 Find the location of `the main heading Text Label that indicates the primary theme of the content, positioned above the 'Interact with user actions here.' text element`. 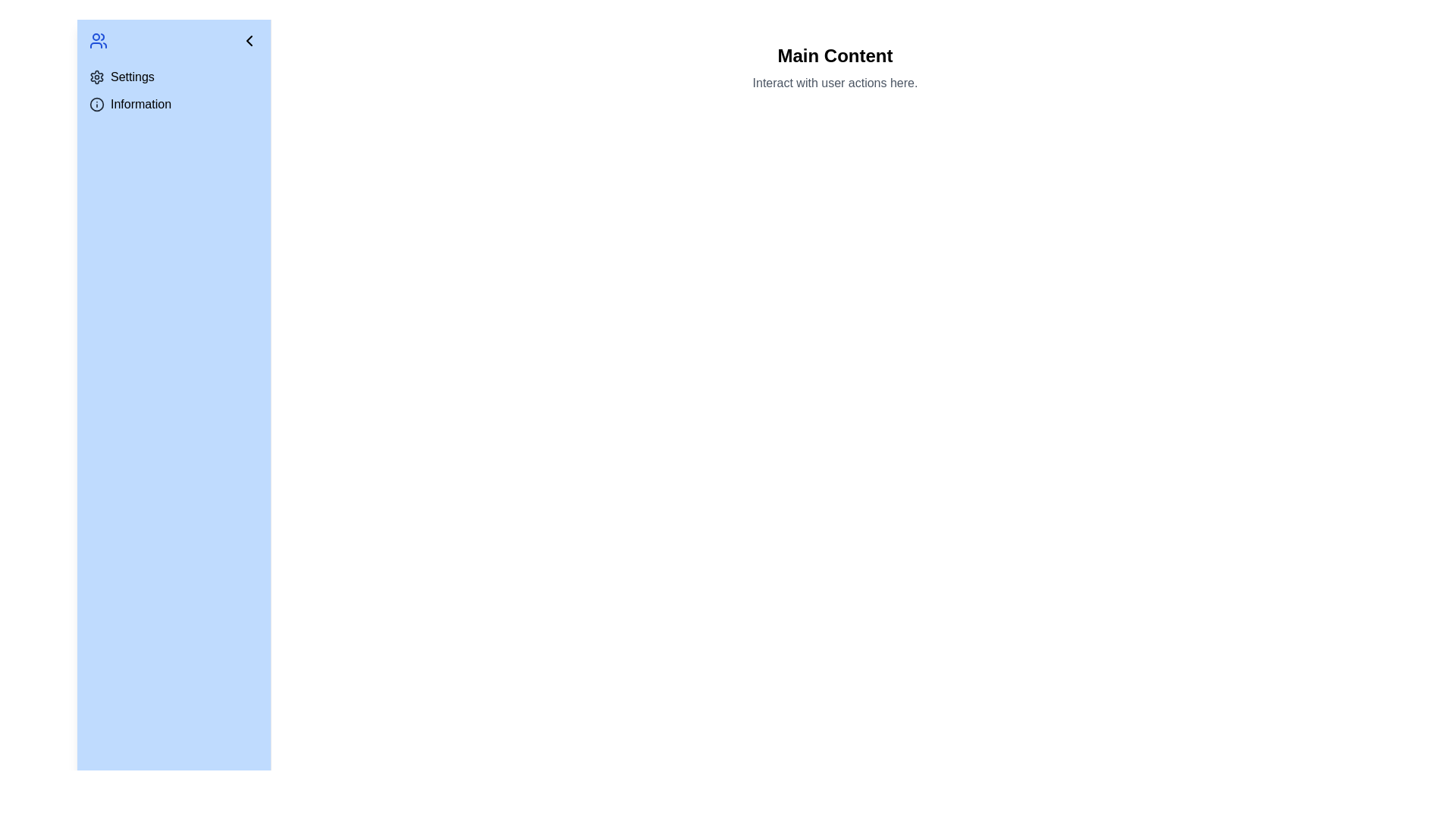

the main heading Text Label that indicates the primary theme of the content, positioned above the 'Interact with user actions here.' text element is located at coordinates (834, 55).